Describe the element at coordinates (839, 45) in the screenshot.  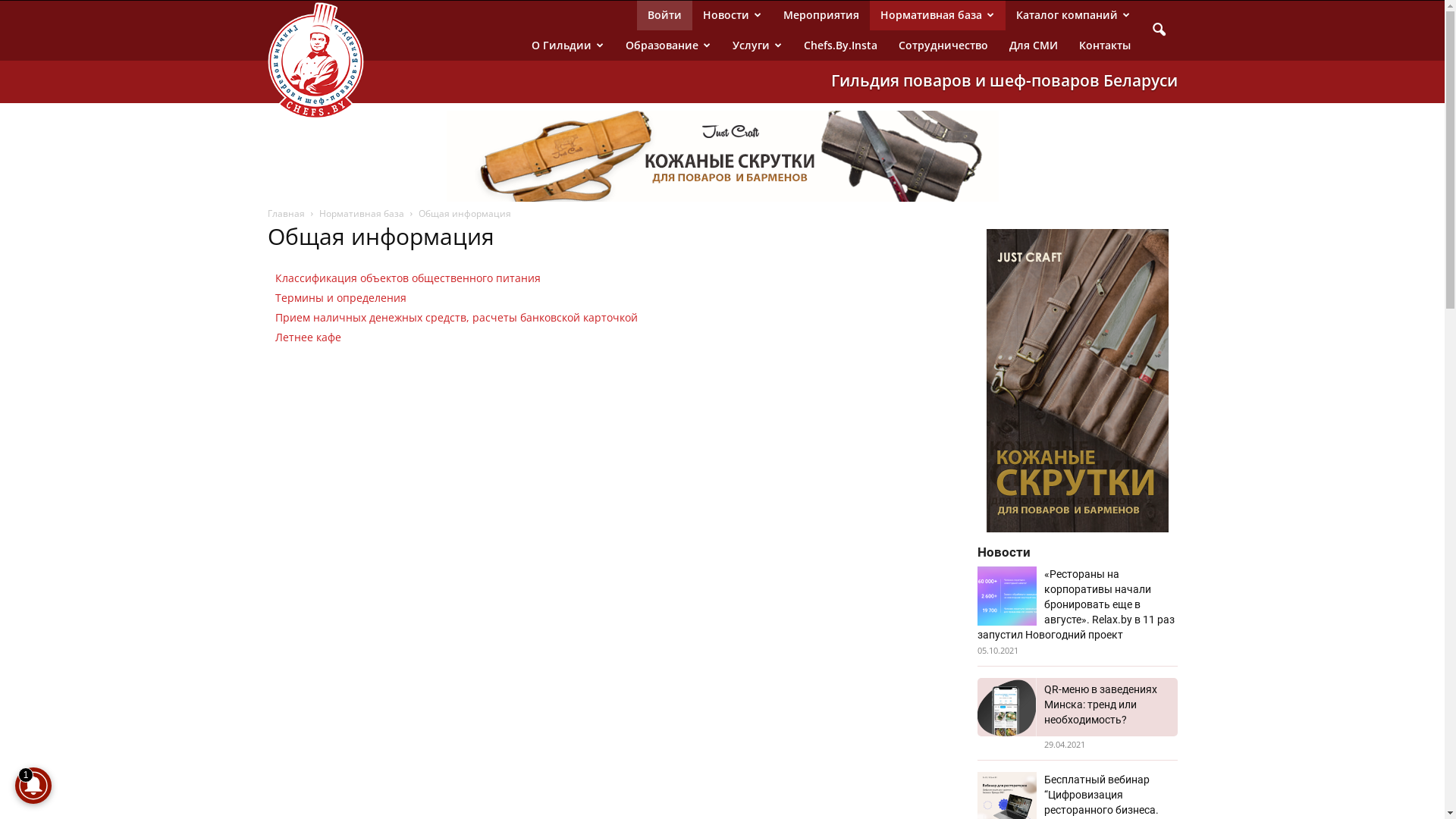
I see `'Chefs.By.Insta'` at that location.